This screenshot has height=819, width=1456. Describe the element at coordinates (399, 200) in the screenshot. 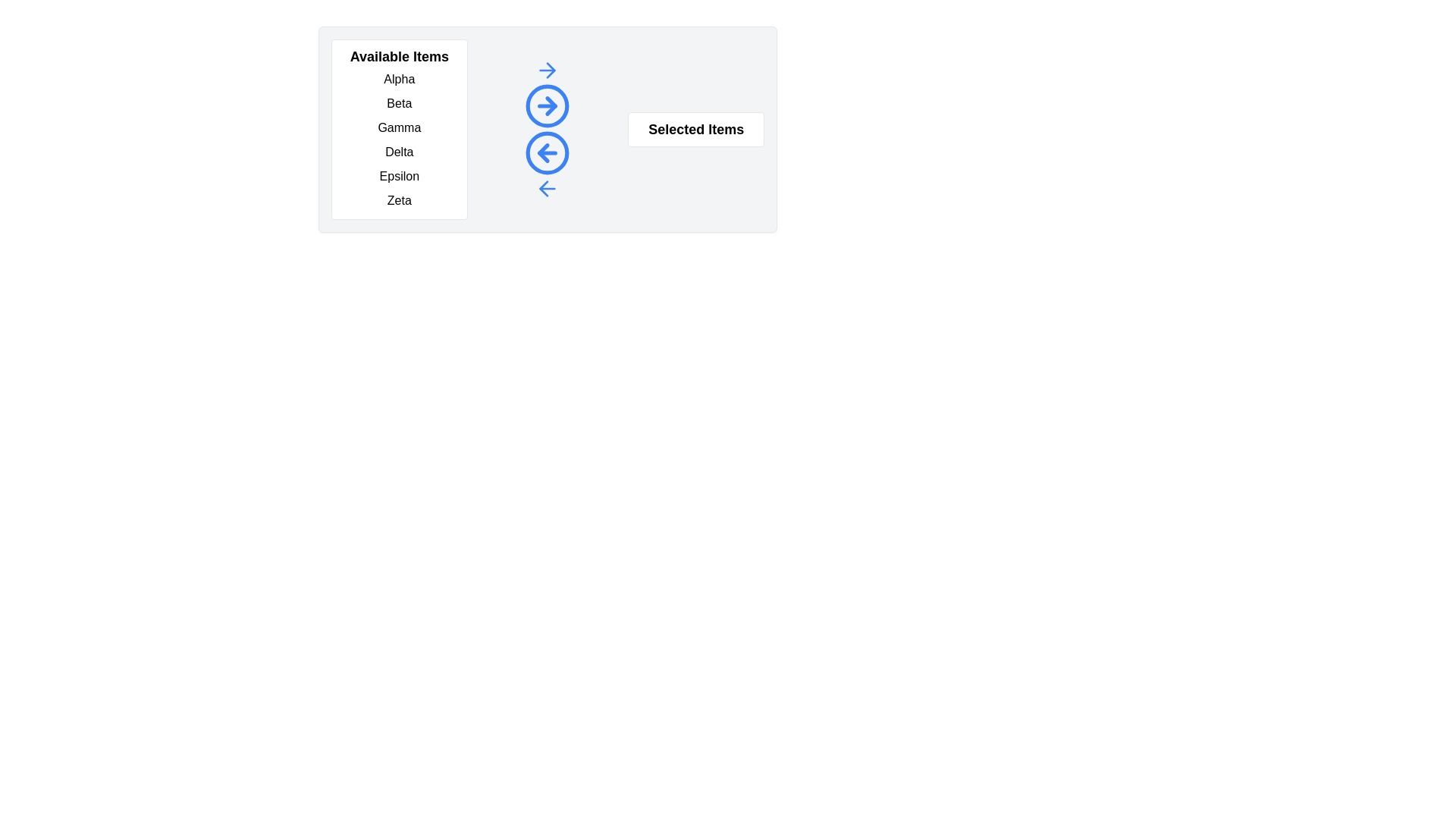

I see `the item Zeta in the Available Items list` at that location.